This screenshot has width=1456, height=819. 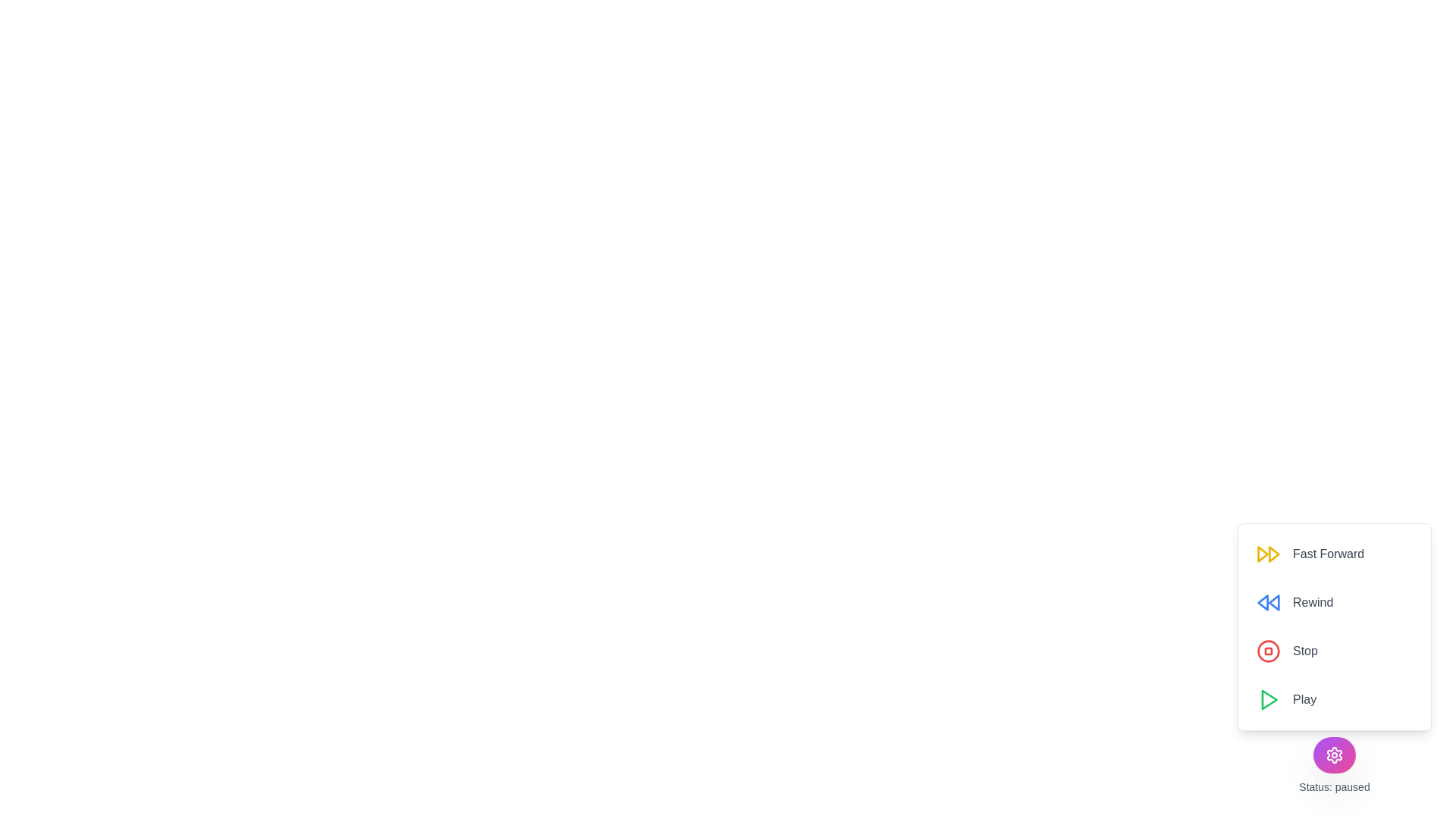 I want to click on 'Play' button to change the status to 'playing', so click(x=1285, y=699).